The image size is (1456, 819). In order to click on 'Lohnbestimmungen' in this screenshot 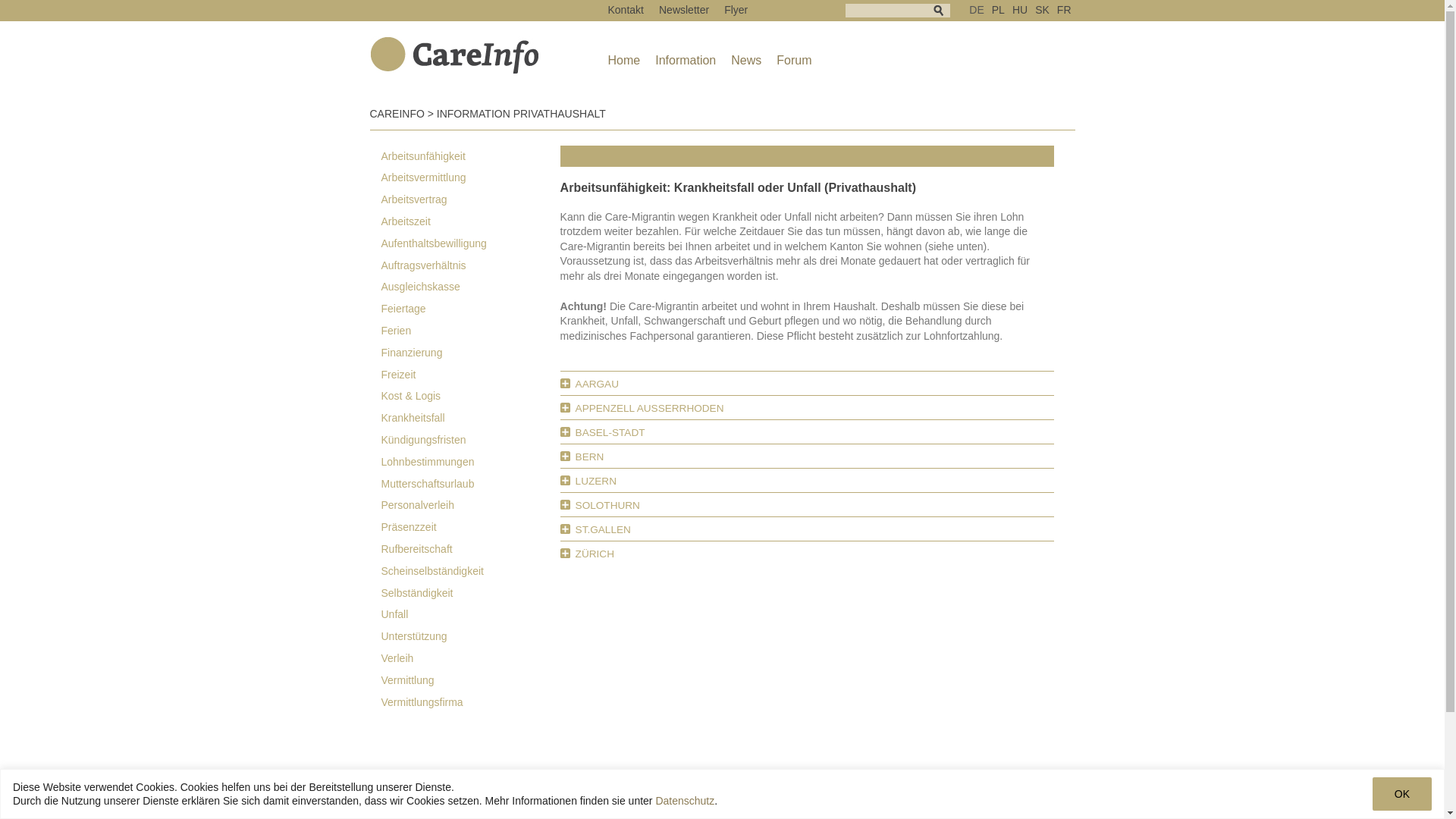, I will do `click(469, 461)`.